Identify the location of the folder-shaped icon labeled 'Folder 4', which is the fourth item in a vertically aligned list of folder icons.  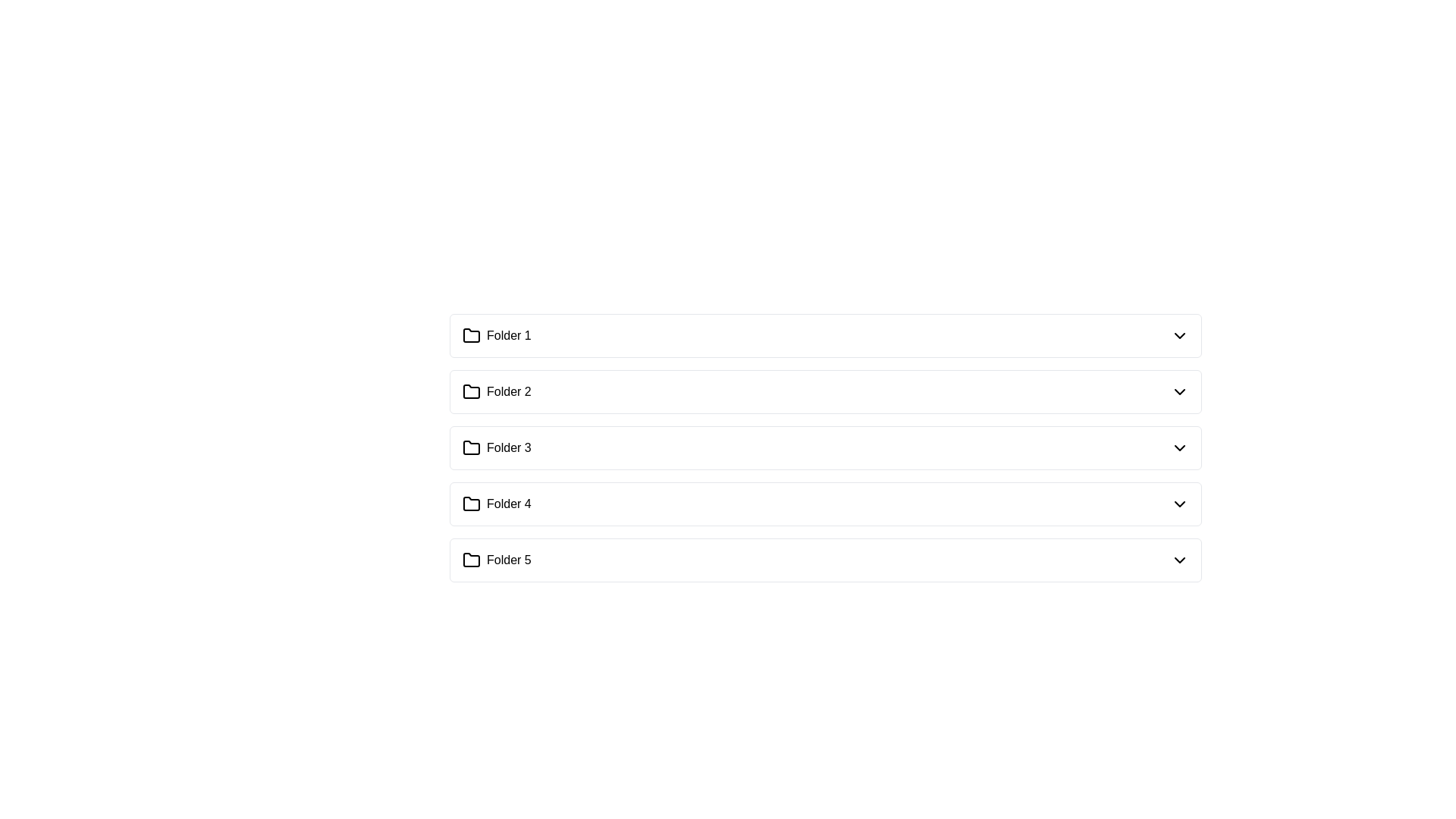
(471, 504).